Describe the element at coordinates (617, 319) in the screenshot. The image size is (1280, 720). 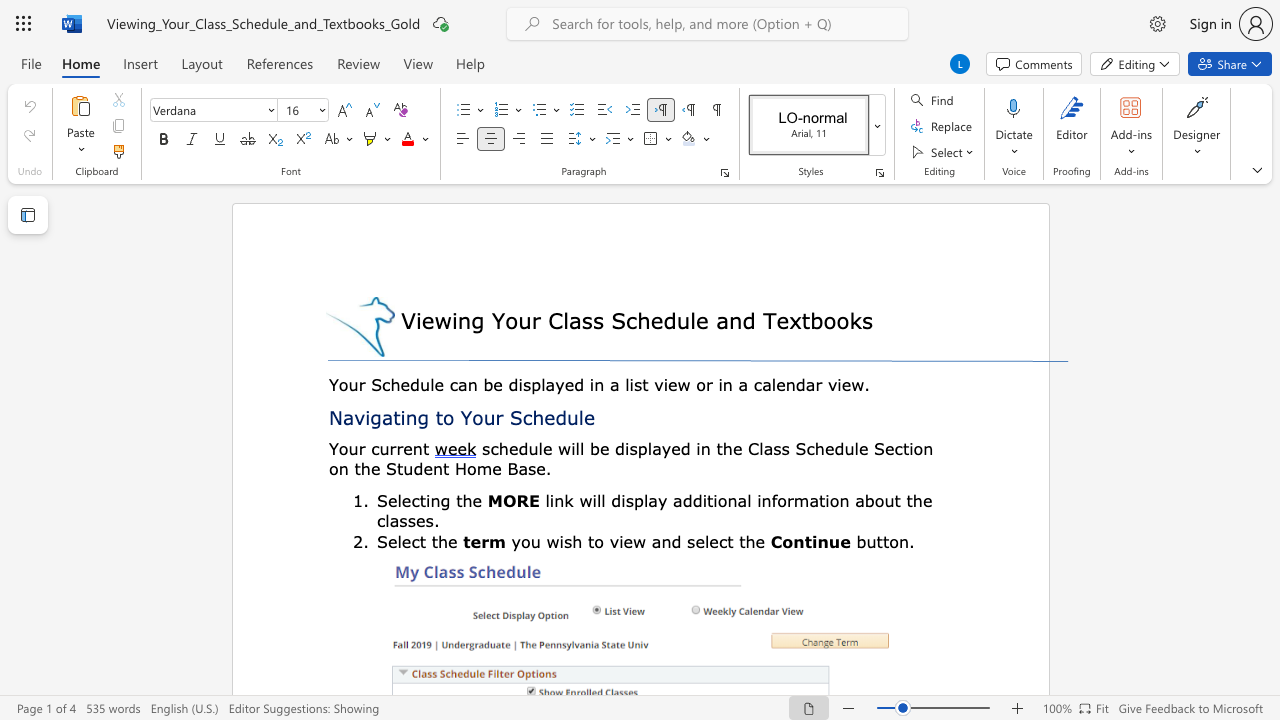
I see `the 1th character "S" in the text` at that location.